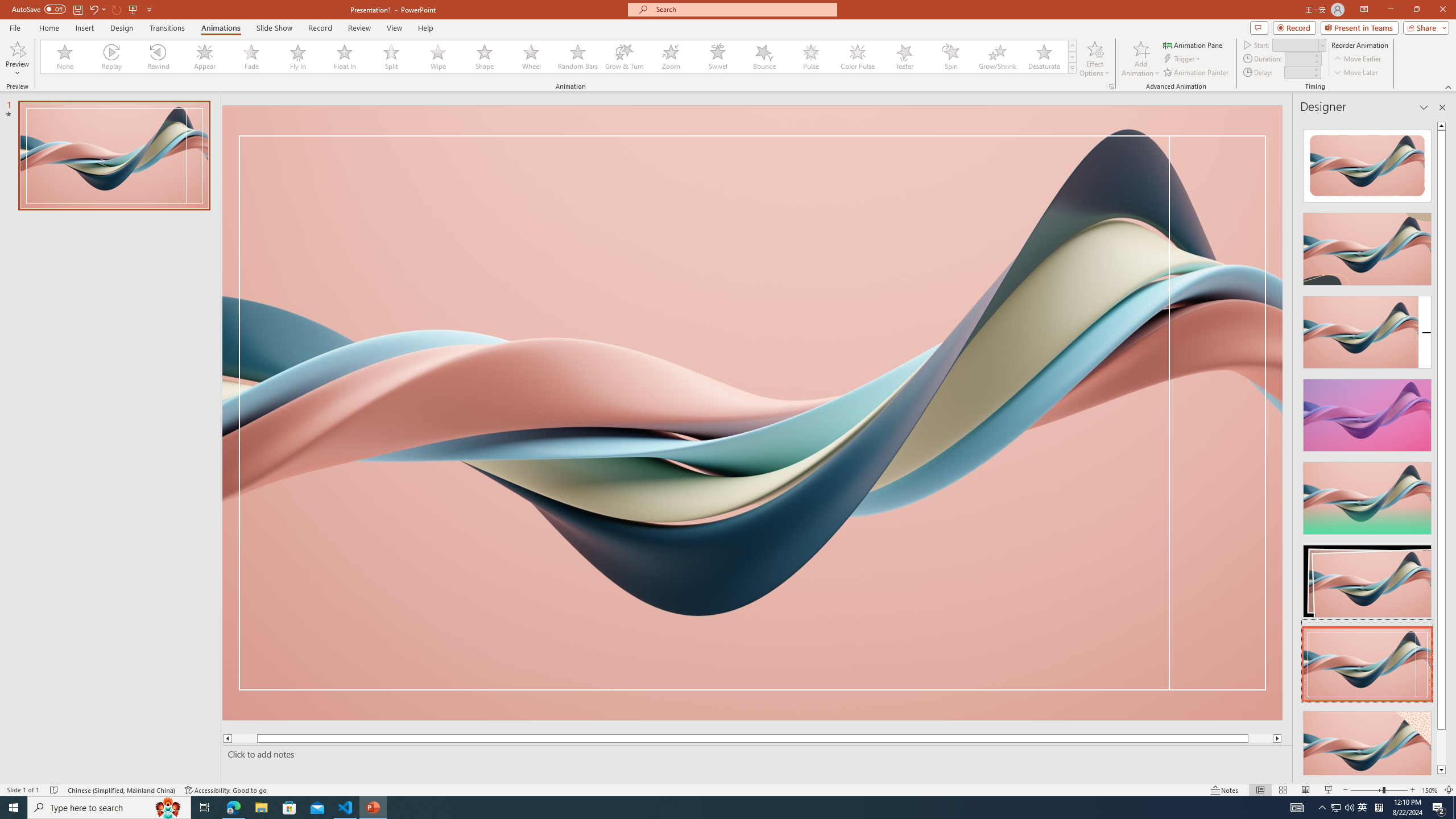 Image resolution: width=1456 pixels, height=819 pixels. Describe the element at coordinates (1357, 59) in the screenshot. I see `'Move Earlier'` at that location.